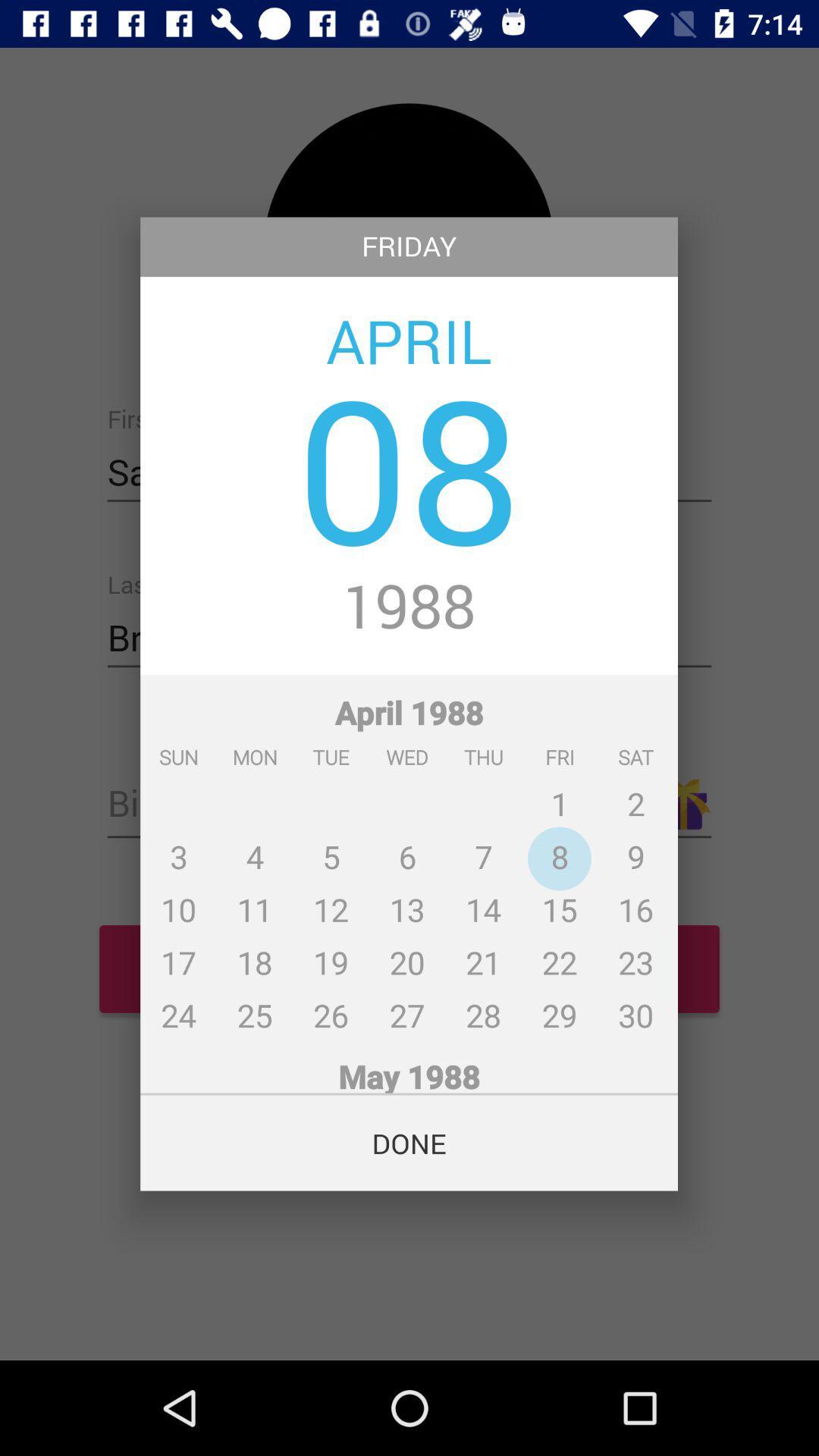 Image resolution: width=819 pixels, height=1456 pixels. Describe the element at coordinates (408, 1143) in the screenshot. I see `the done icon` at that location.